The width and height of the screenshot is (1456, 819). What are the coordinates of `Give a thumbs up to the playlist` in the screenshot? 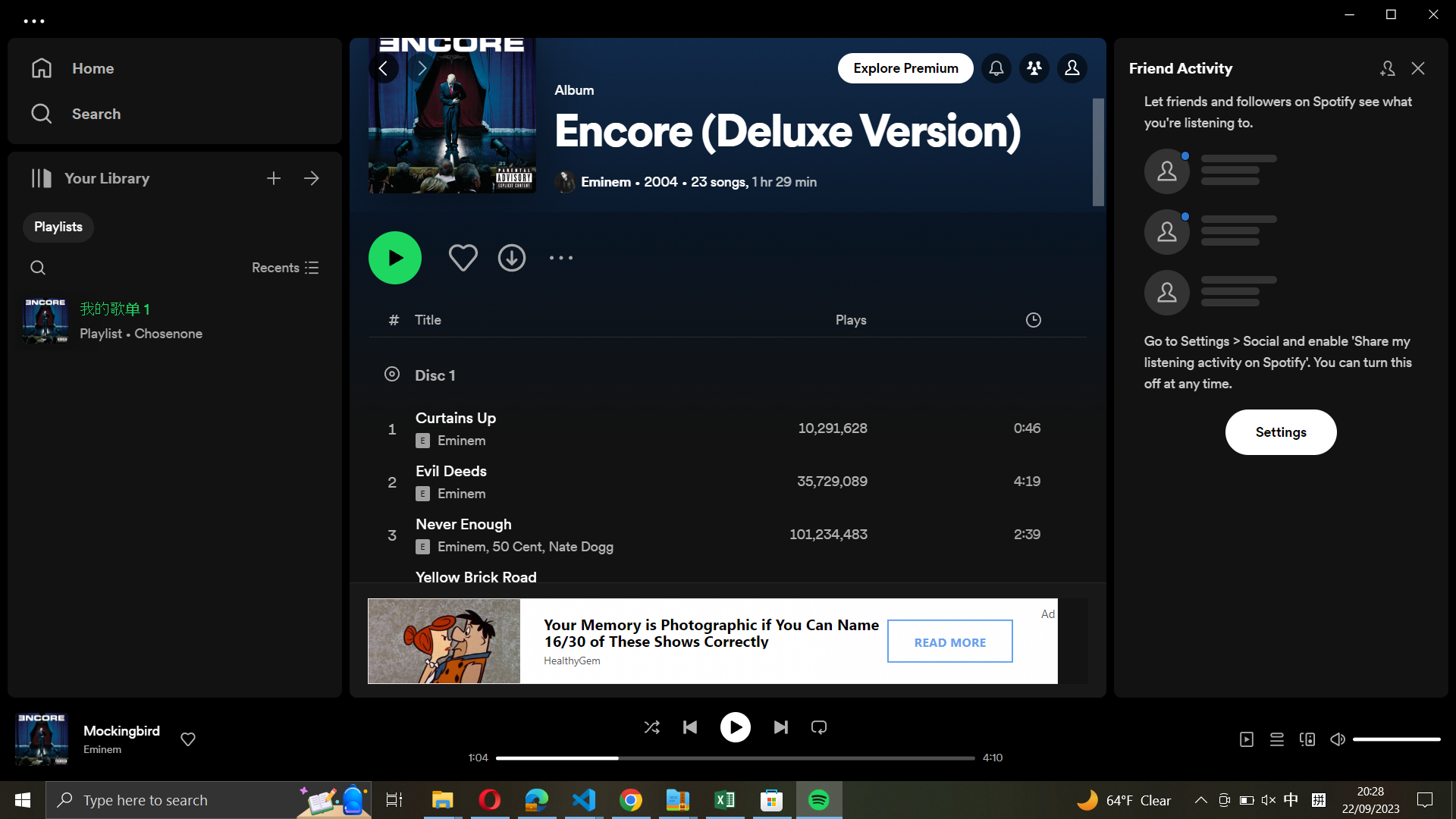 It's located at (461, 256).